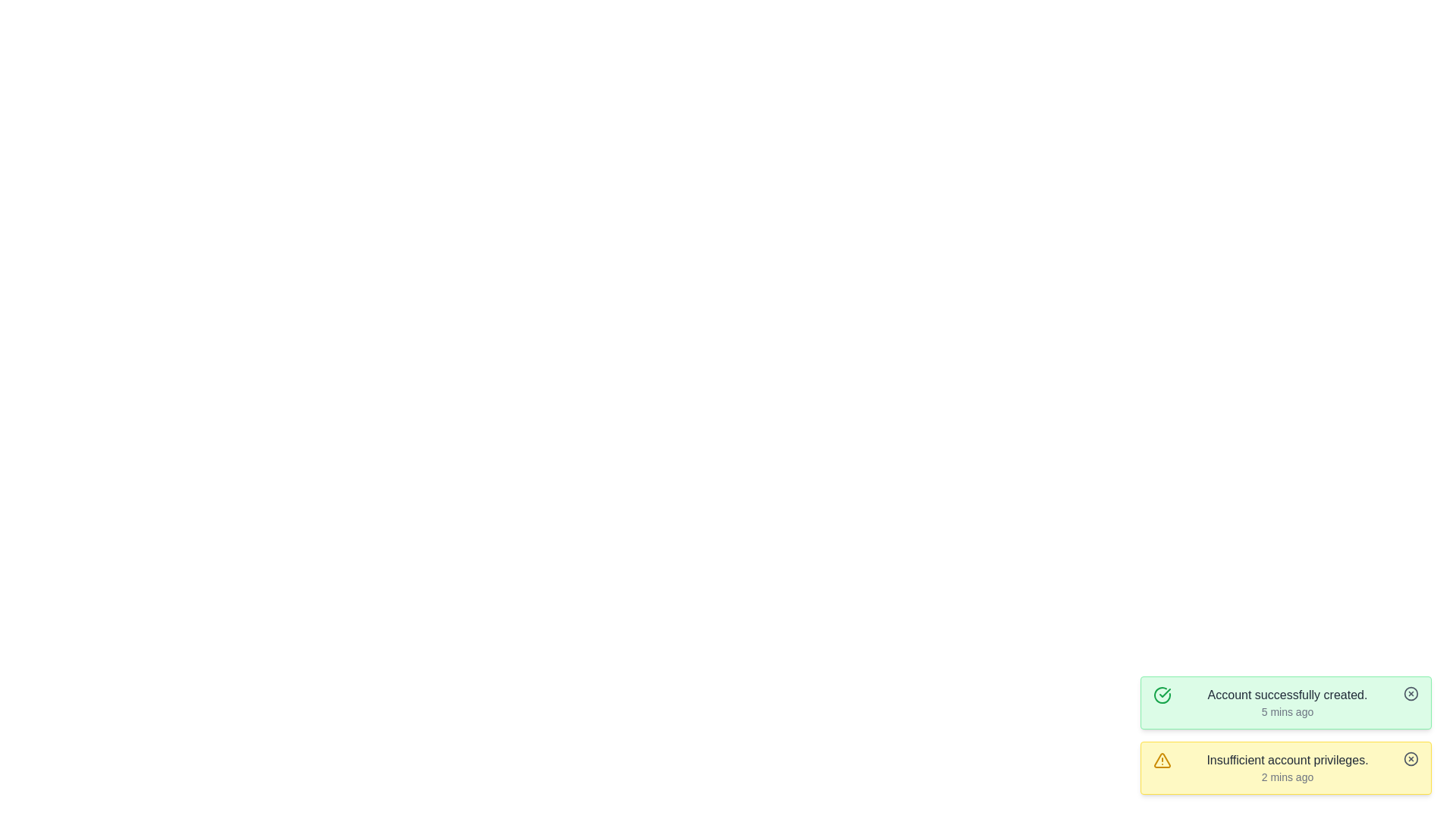  What do you see at coordinates (1285, 768) in the screenshot?
I see `details of the notification box displaying 'Insufficient account privileges.' with a yellow background and a close button on the right` at bounding box center [1285, 768].